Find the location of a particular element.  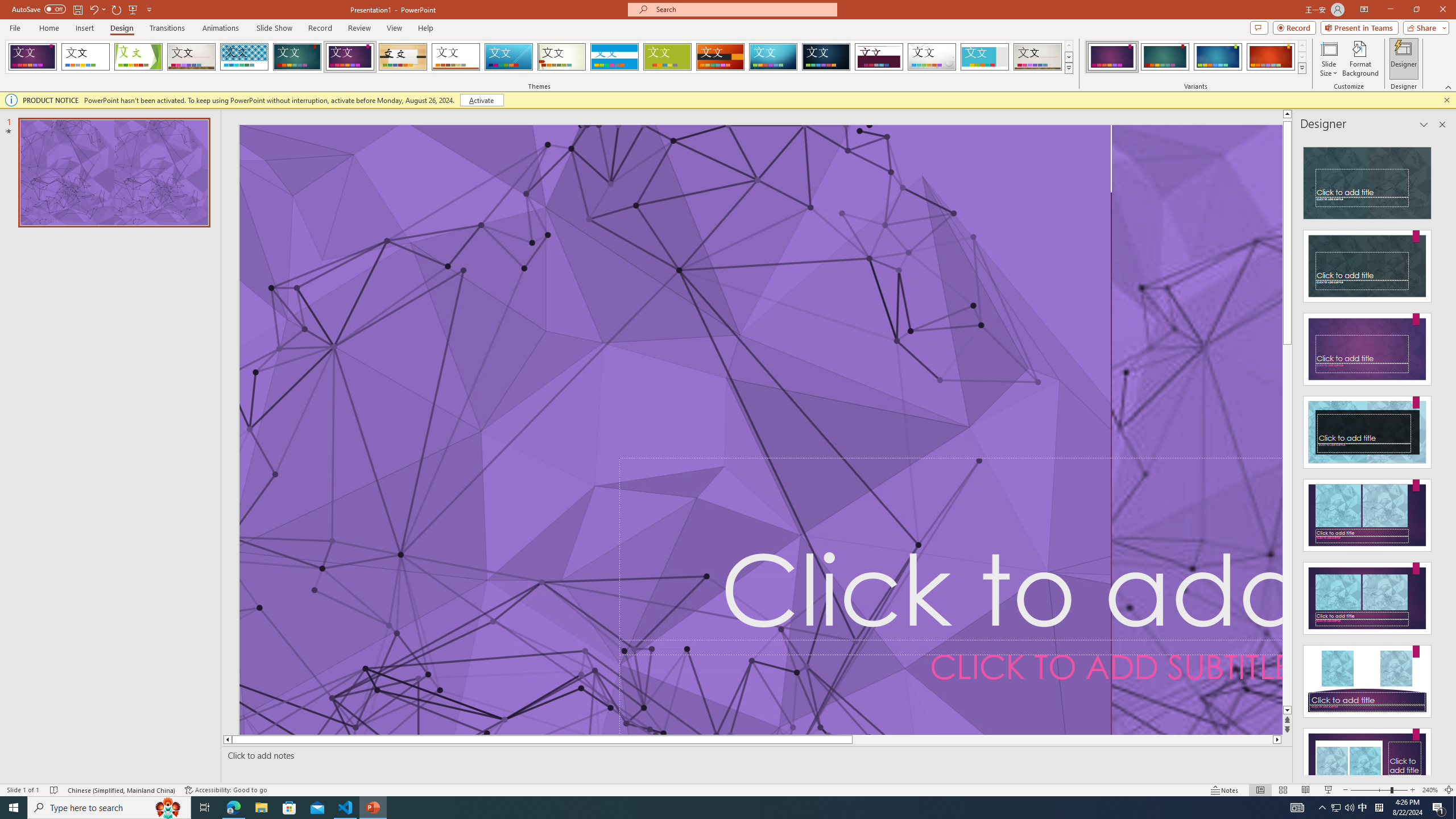

'Ion Boardroom Variant 1' is located at coordinates (1111, 56).